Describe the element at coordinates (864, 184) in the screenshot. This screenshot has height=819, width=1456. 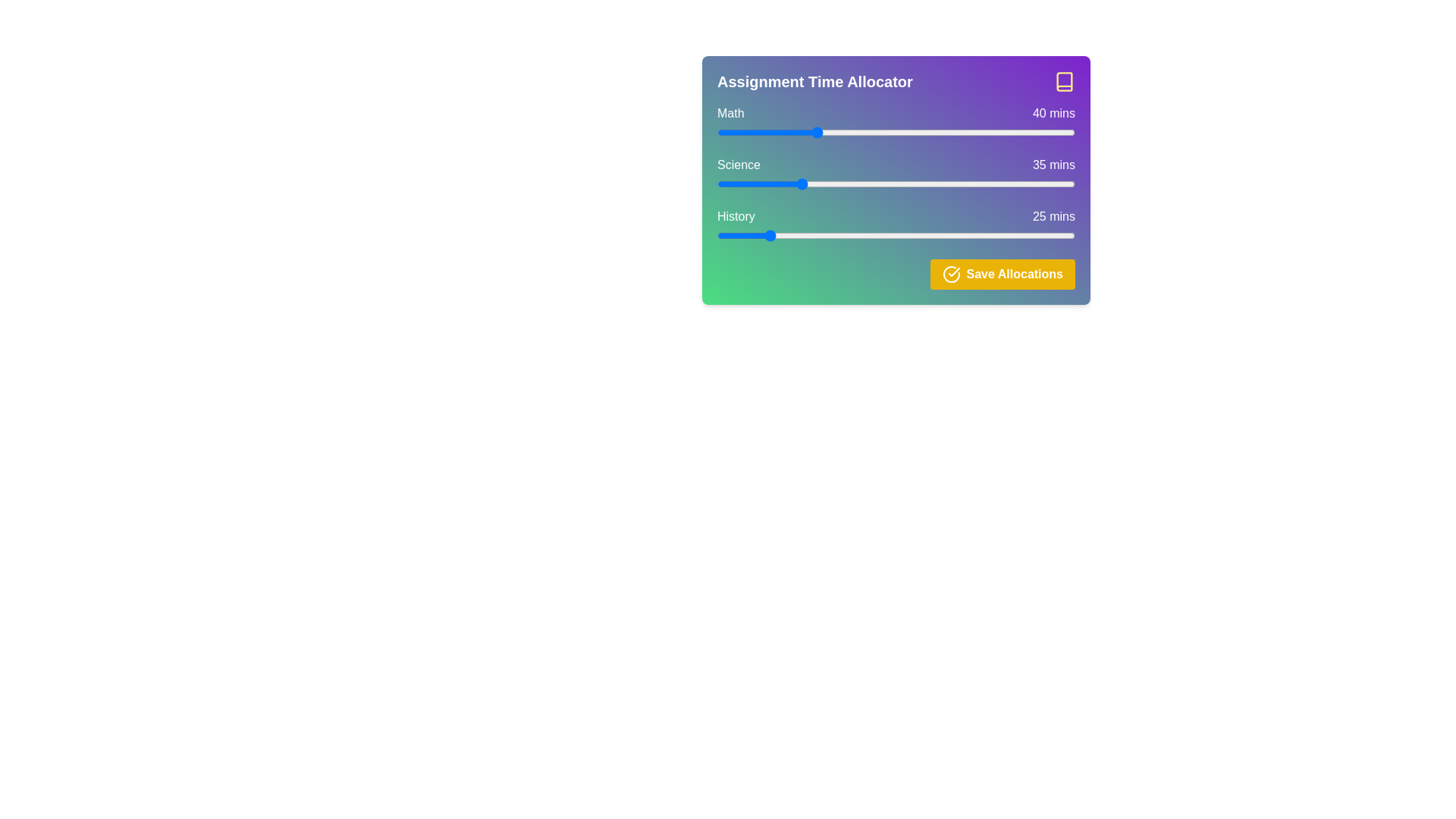
I see `allocation time` at that location.